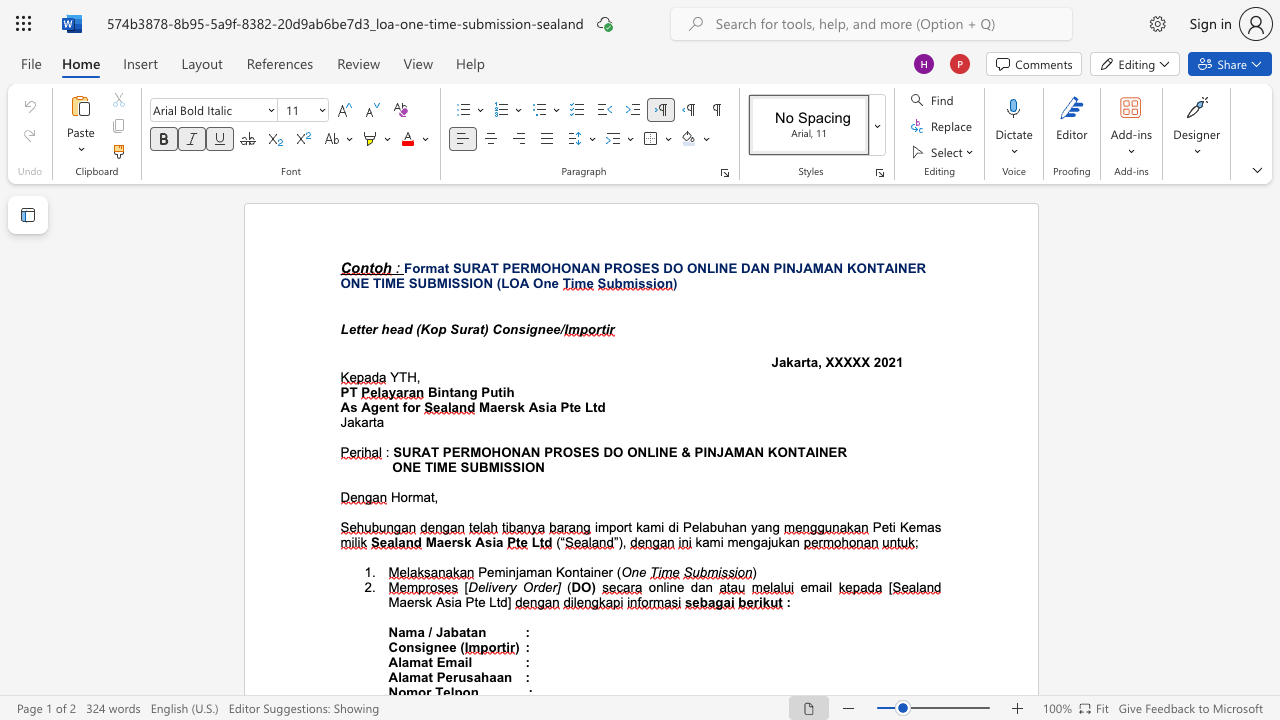 This screenshot has height=720, width=1280. What do you see at coordinates (436, 392) in the screenshot?
I see `the subset text "intan" within the text "Bintang Putih"` at bounding box center [436, 392].